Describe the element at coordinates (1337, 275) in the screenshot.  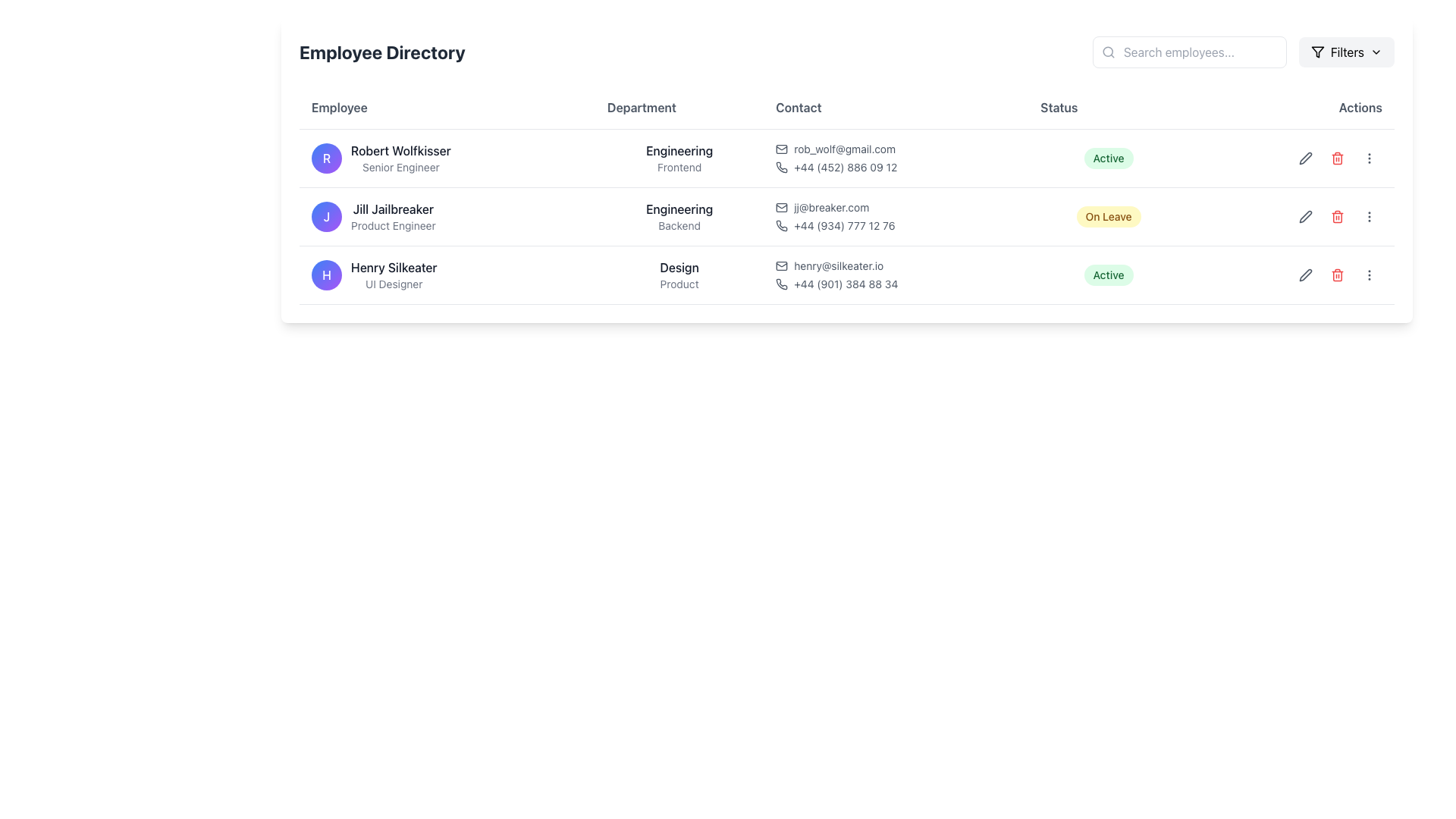
I see `the red trash can icon in the actions column of the third row` at that location.